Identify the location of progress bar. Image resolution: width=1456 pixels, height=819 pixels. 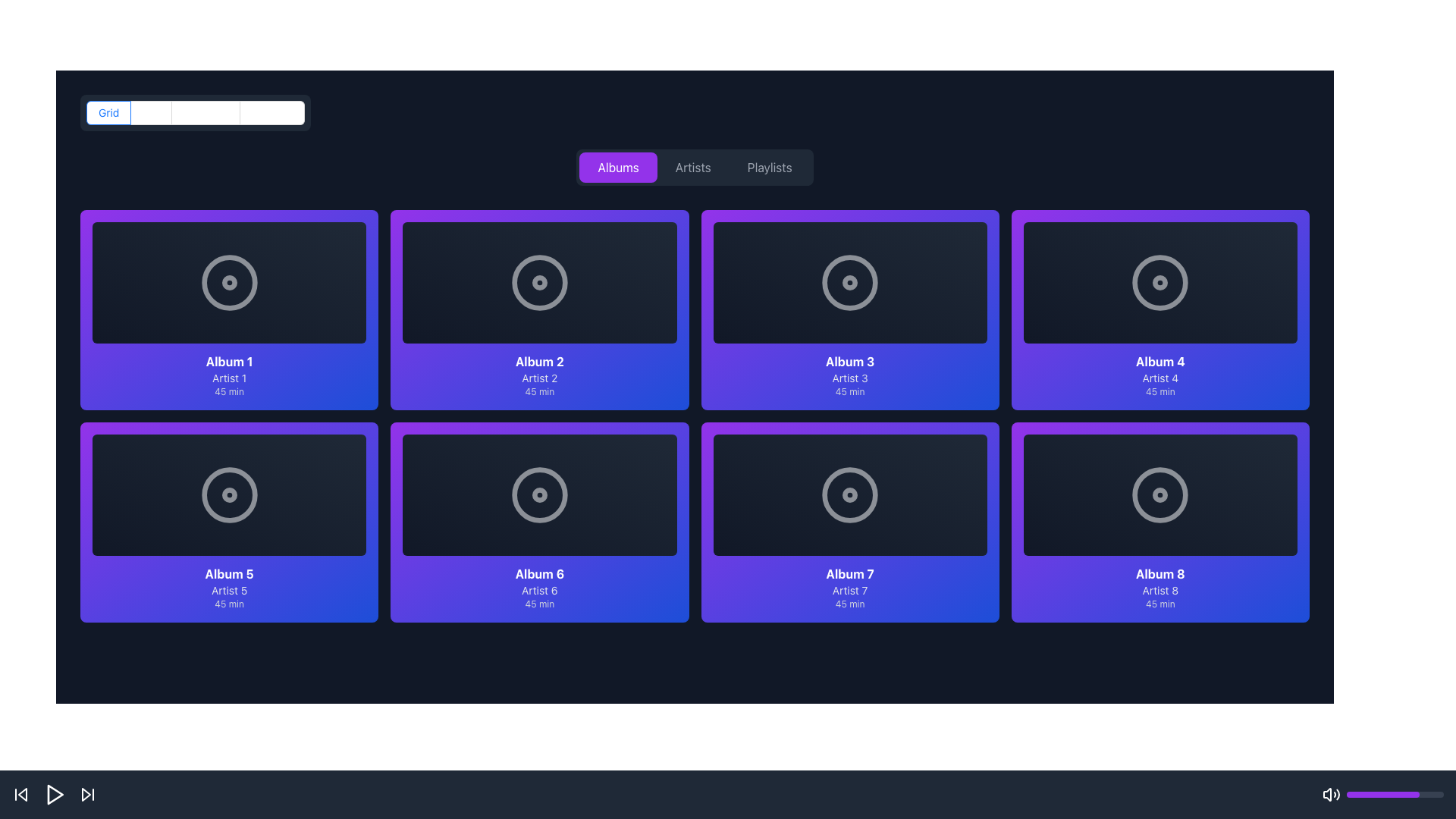
(1431, 794).